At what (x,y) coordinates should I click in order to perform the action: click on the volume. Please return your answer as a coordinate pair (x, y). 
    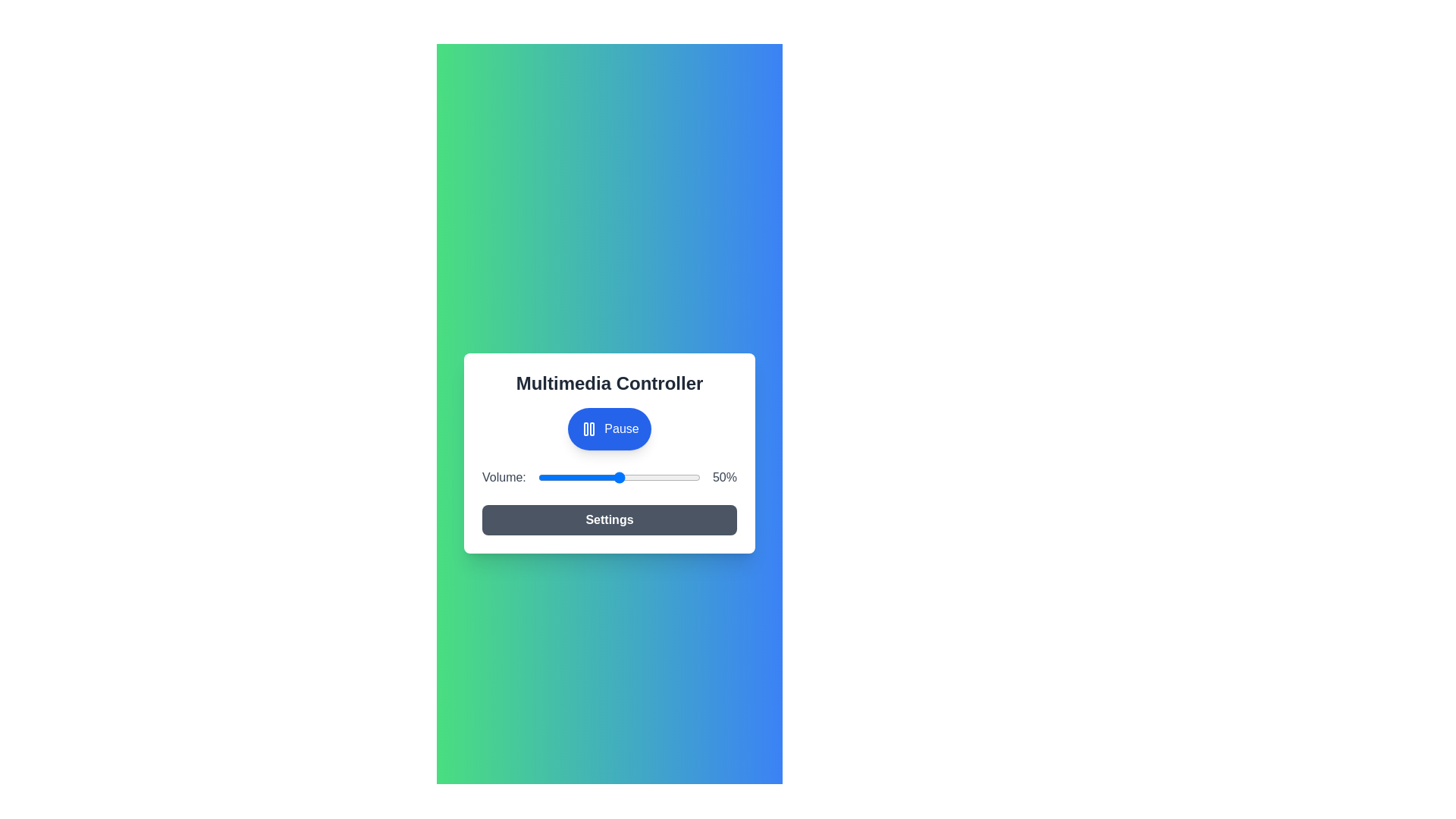
    Looking at the image, I should click on (621, 476).